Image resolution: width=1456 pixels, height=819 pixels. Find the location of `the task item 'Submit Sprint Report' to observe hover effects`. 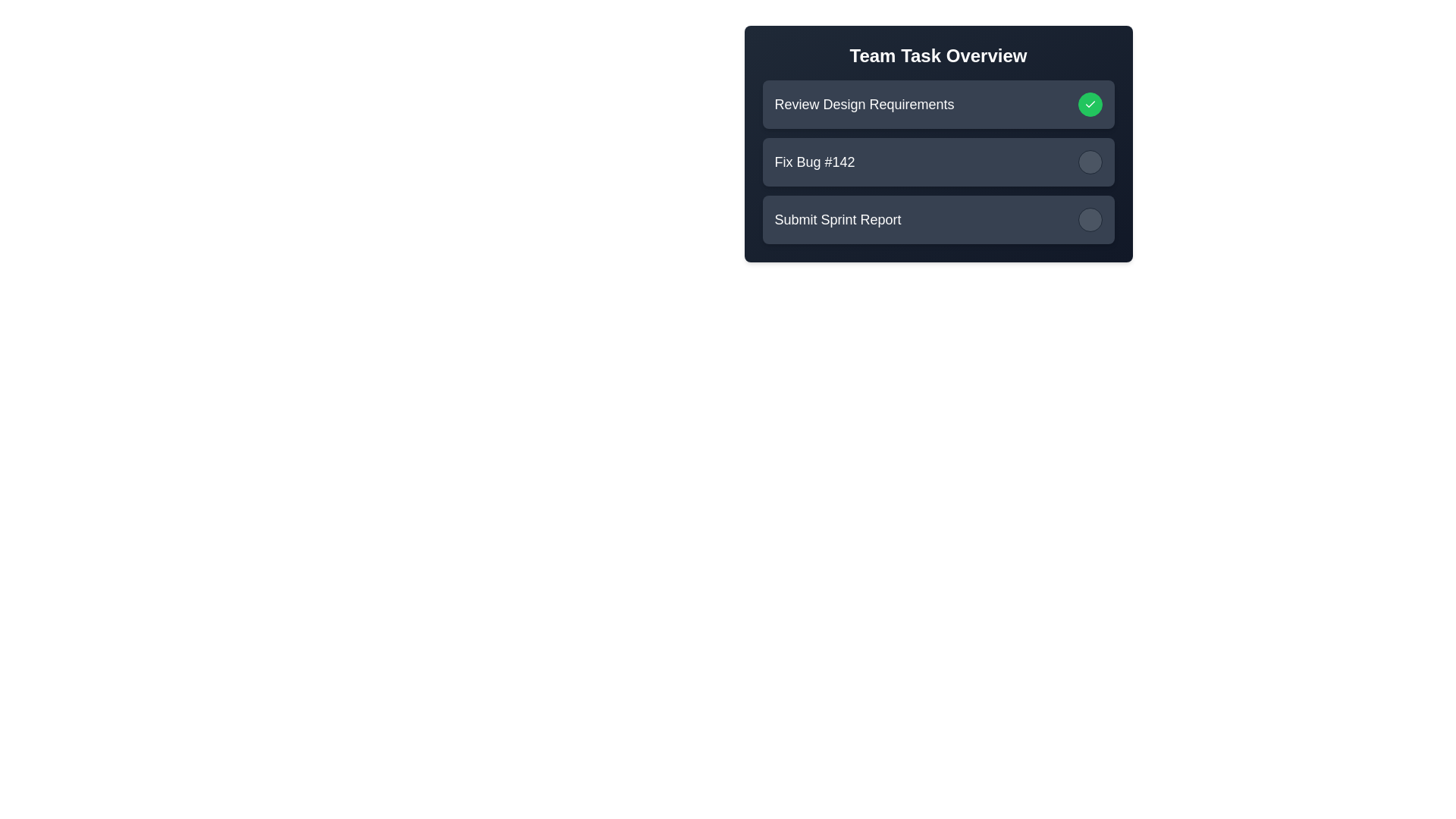

the task item 'Submit Sprint Report' to observe hover effects is located at coordinates (937, 219).